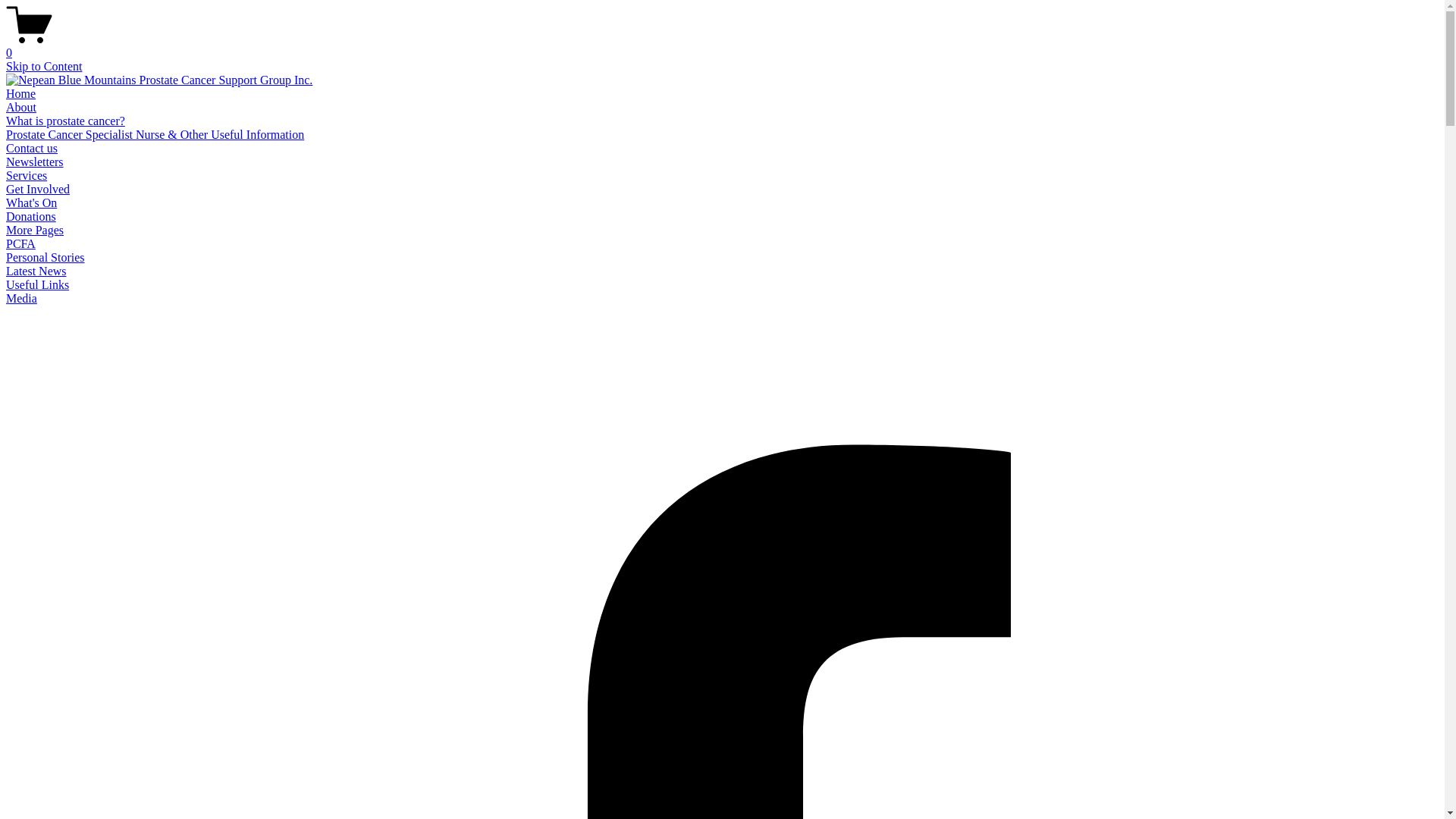  Describe the element at coordinates (35, 230) in the screenshot. I see `'More Pages'` at that location.